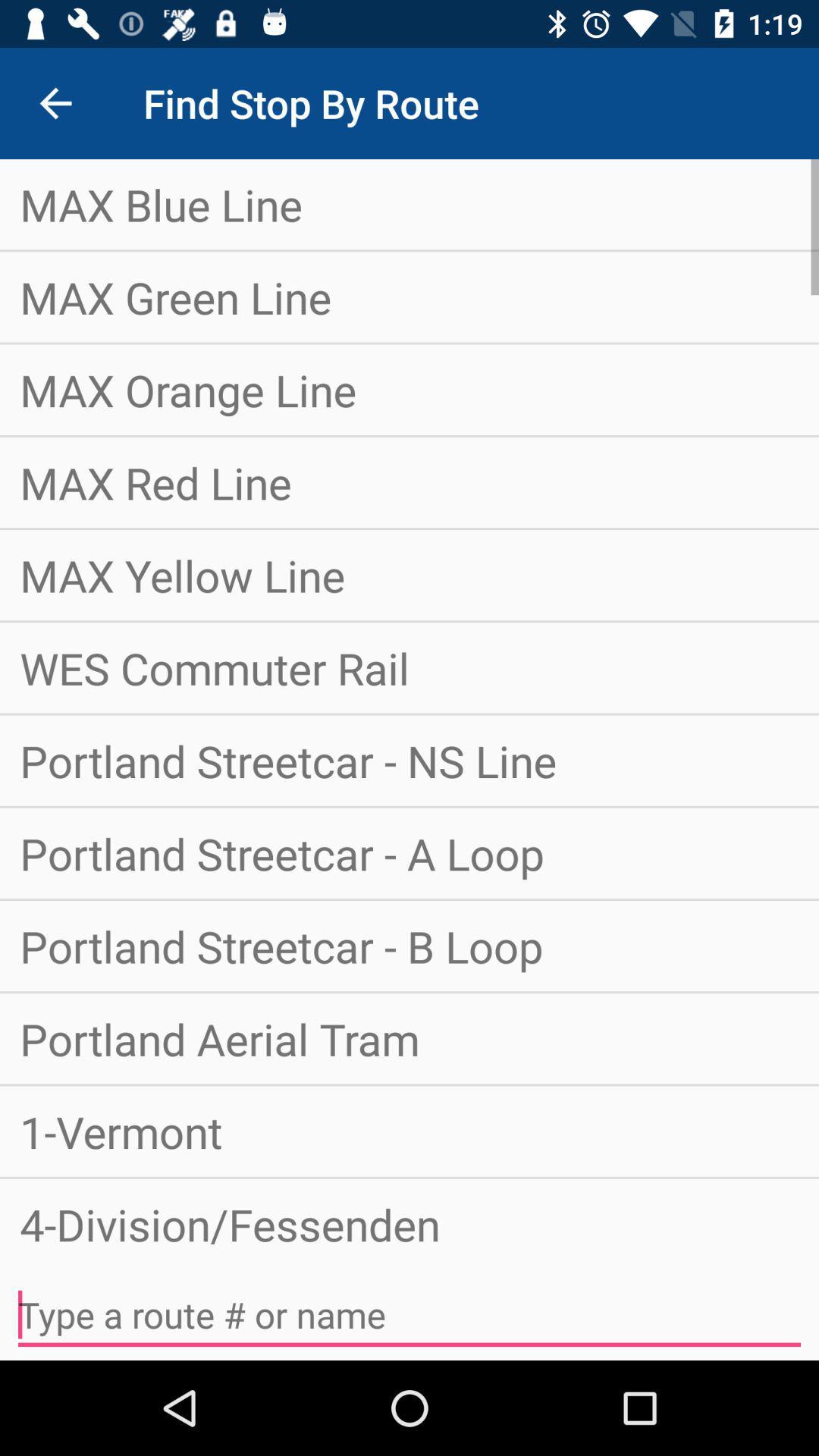 The height and width of the screenshot is (1456, 819). I want to click on wes commuter rail icon, so click(409, 667).